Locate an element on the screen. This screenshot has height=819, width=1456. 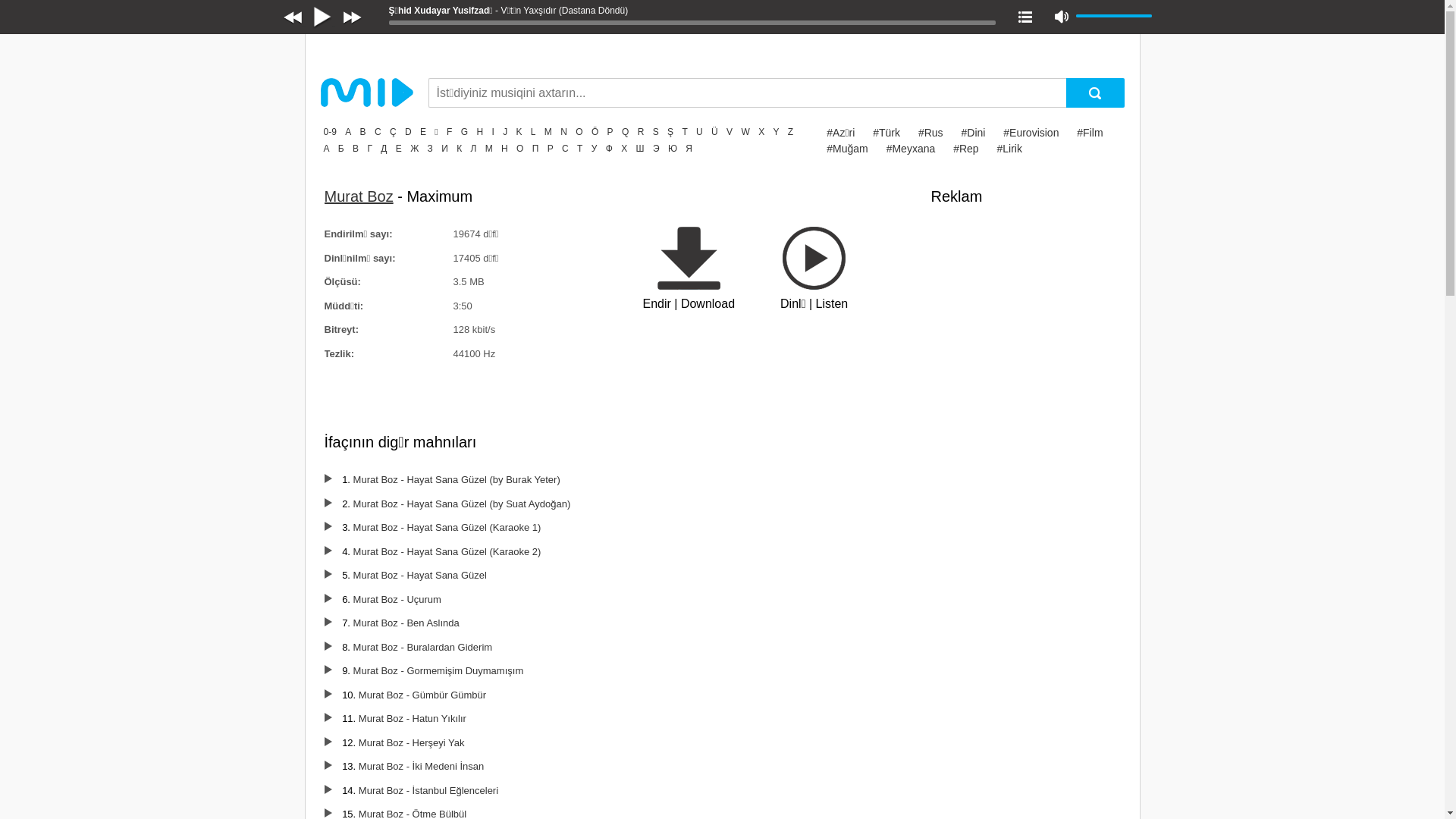
'R' is located at coordinates (641, 130).